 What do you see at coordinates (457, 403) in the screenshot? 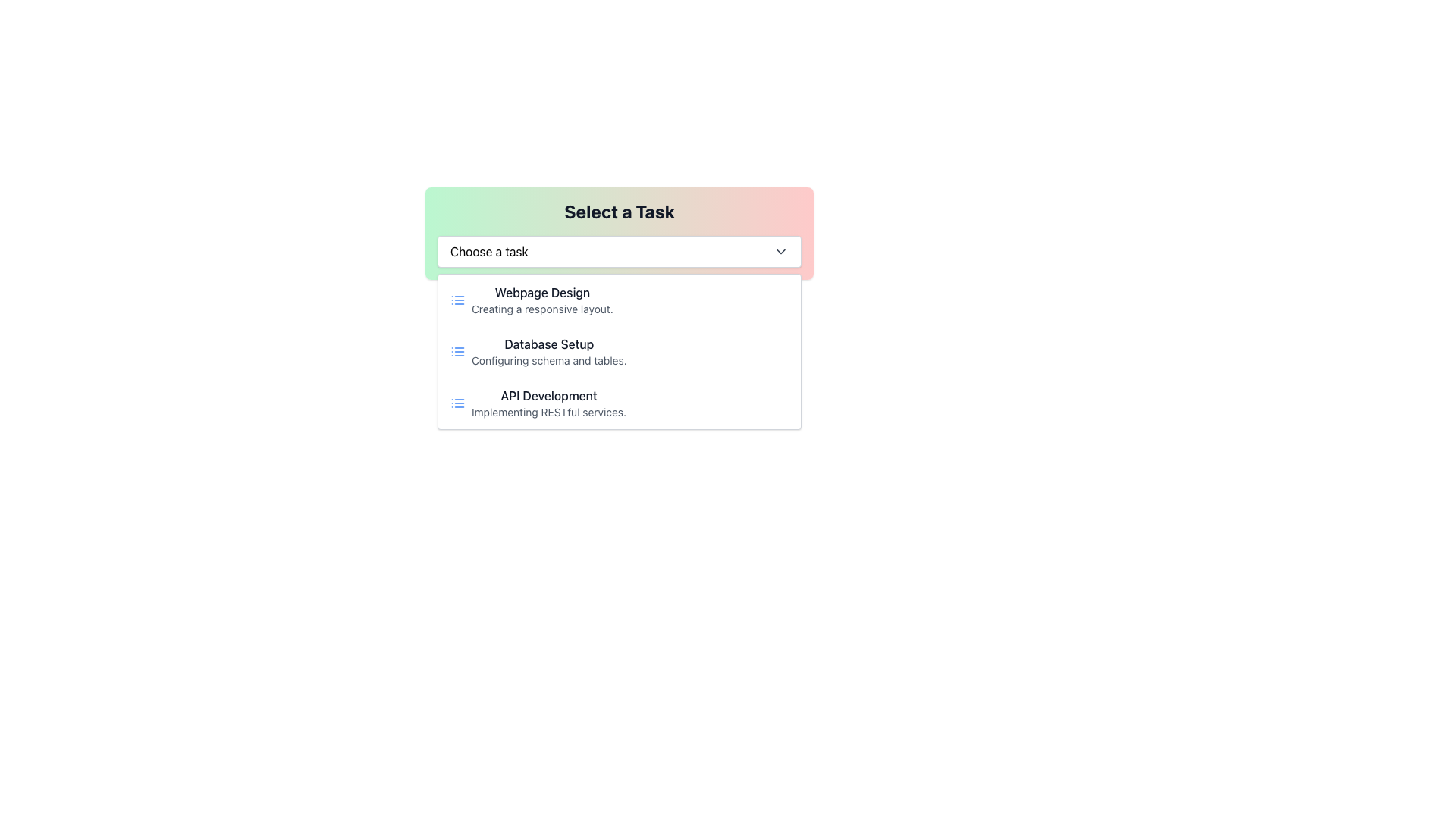
I see `the API Development icon, which is the third item in a vertically arranged list of tasks, located to the left of the title 'API Development'` at bounding box center [457, 403].